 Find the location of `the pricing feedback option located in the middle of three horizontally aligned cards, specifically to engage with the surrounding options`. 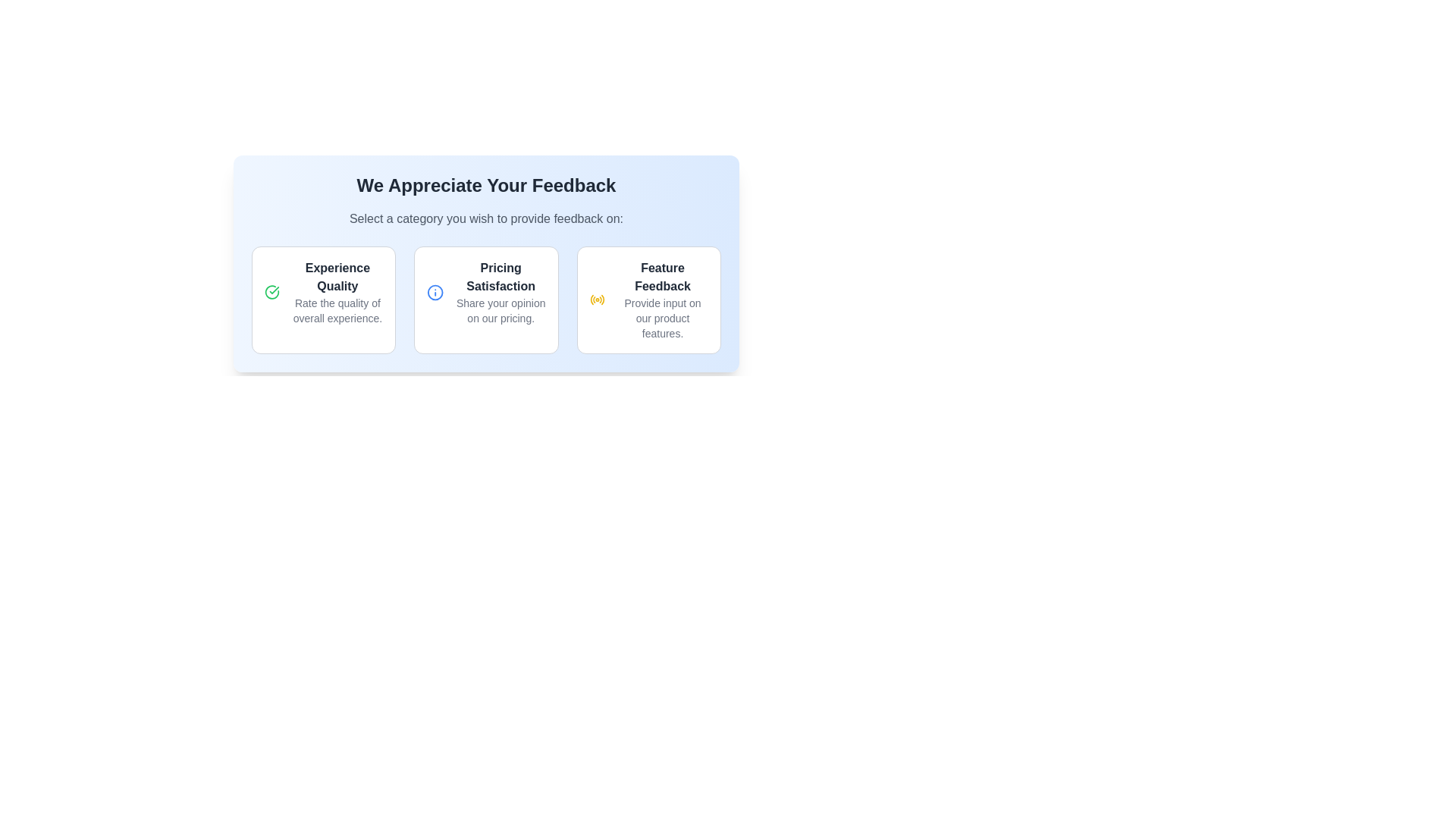

the pricing feedback option located in the middle of three horizontally aligned cards, specifically to engage with the surrounding options is located at coordinates (500, 292).